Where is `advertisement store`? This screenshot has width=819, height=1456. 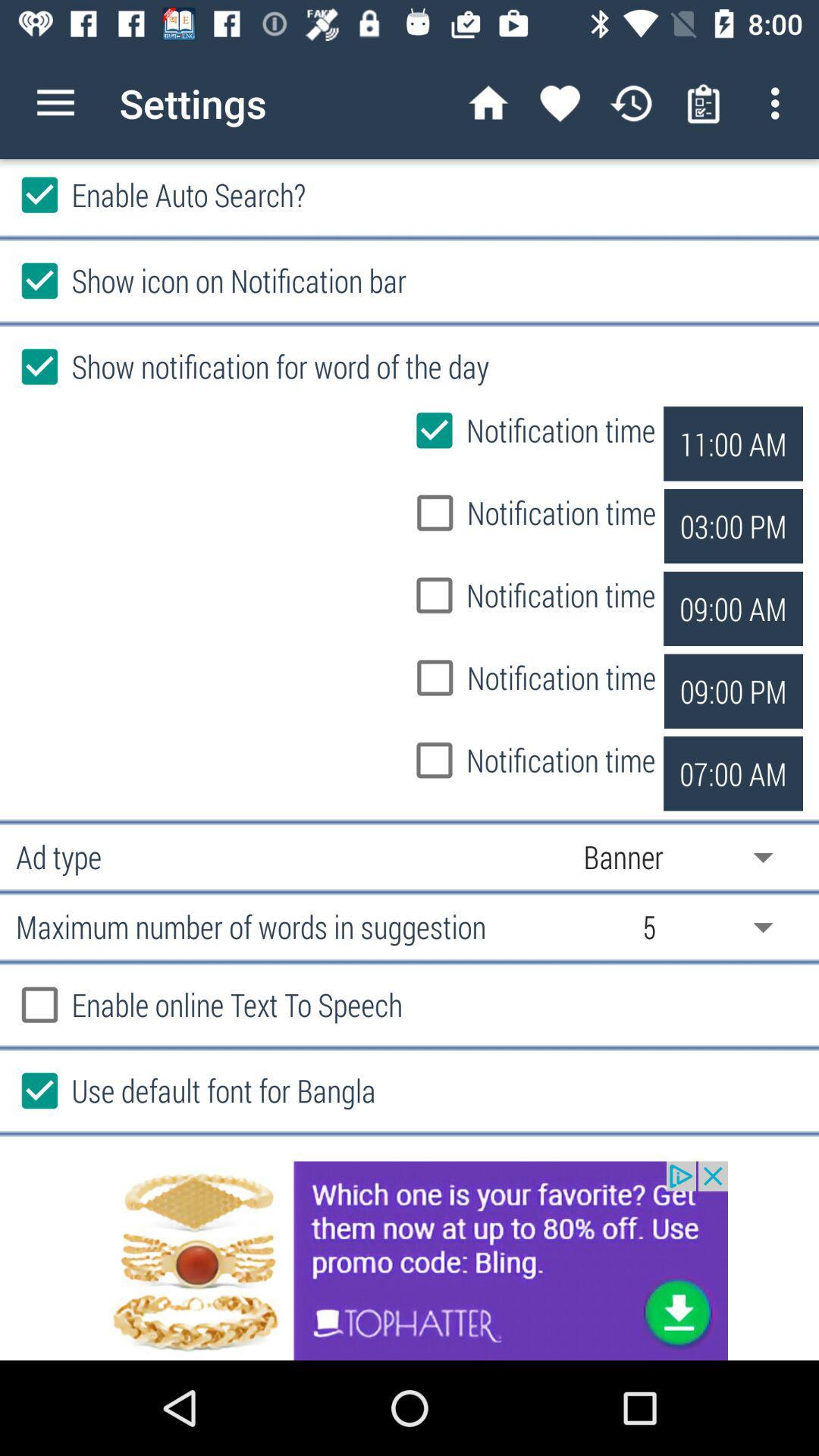 advertisement store is located at coordinates (409, 1260).